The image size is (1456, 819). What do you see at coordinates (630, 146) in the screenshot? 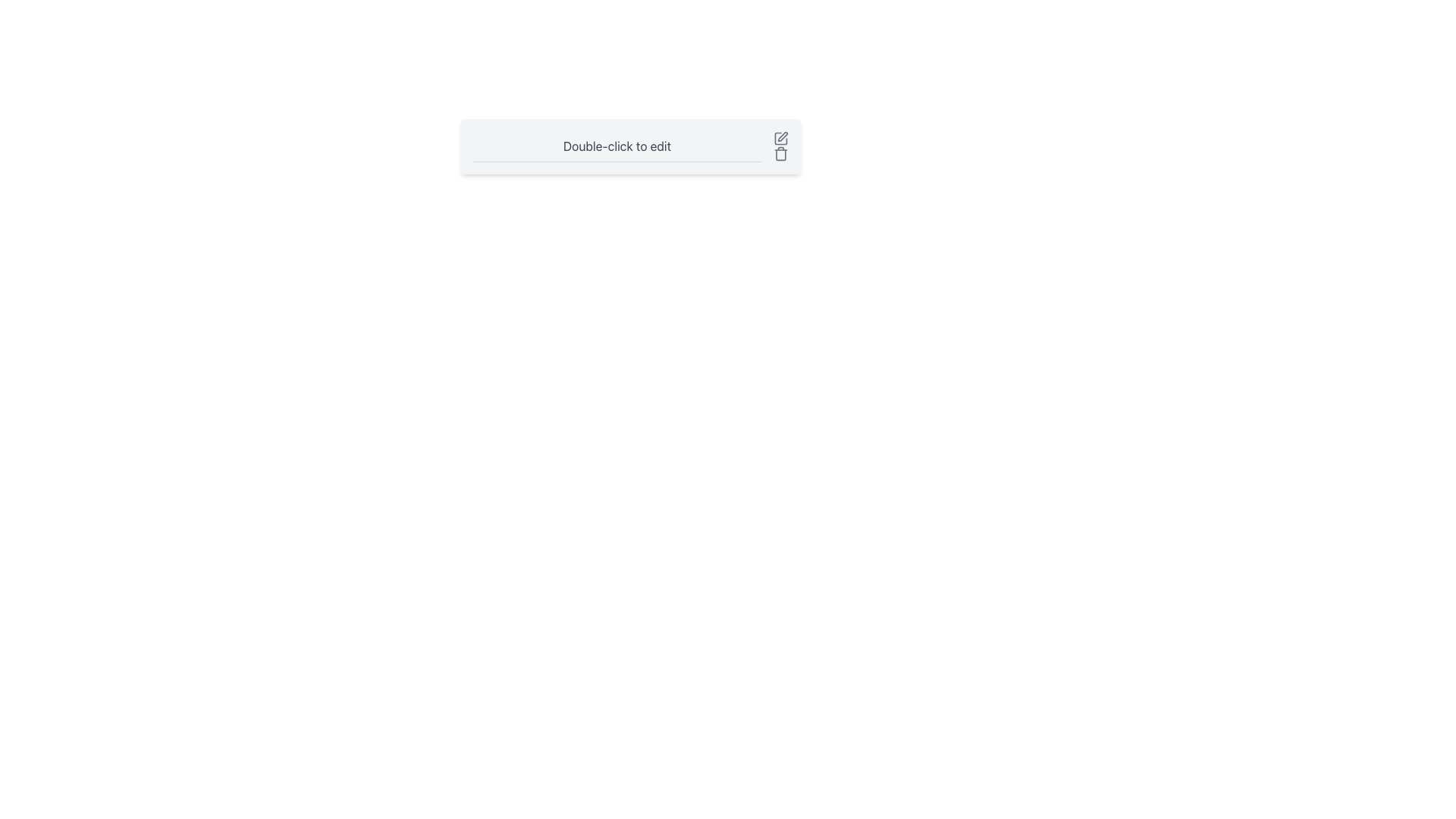
I see `the text box with light-gray background that displays 'Double-click to edit' to edit the content` at bounding box center [630, 146].